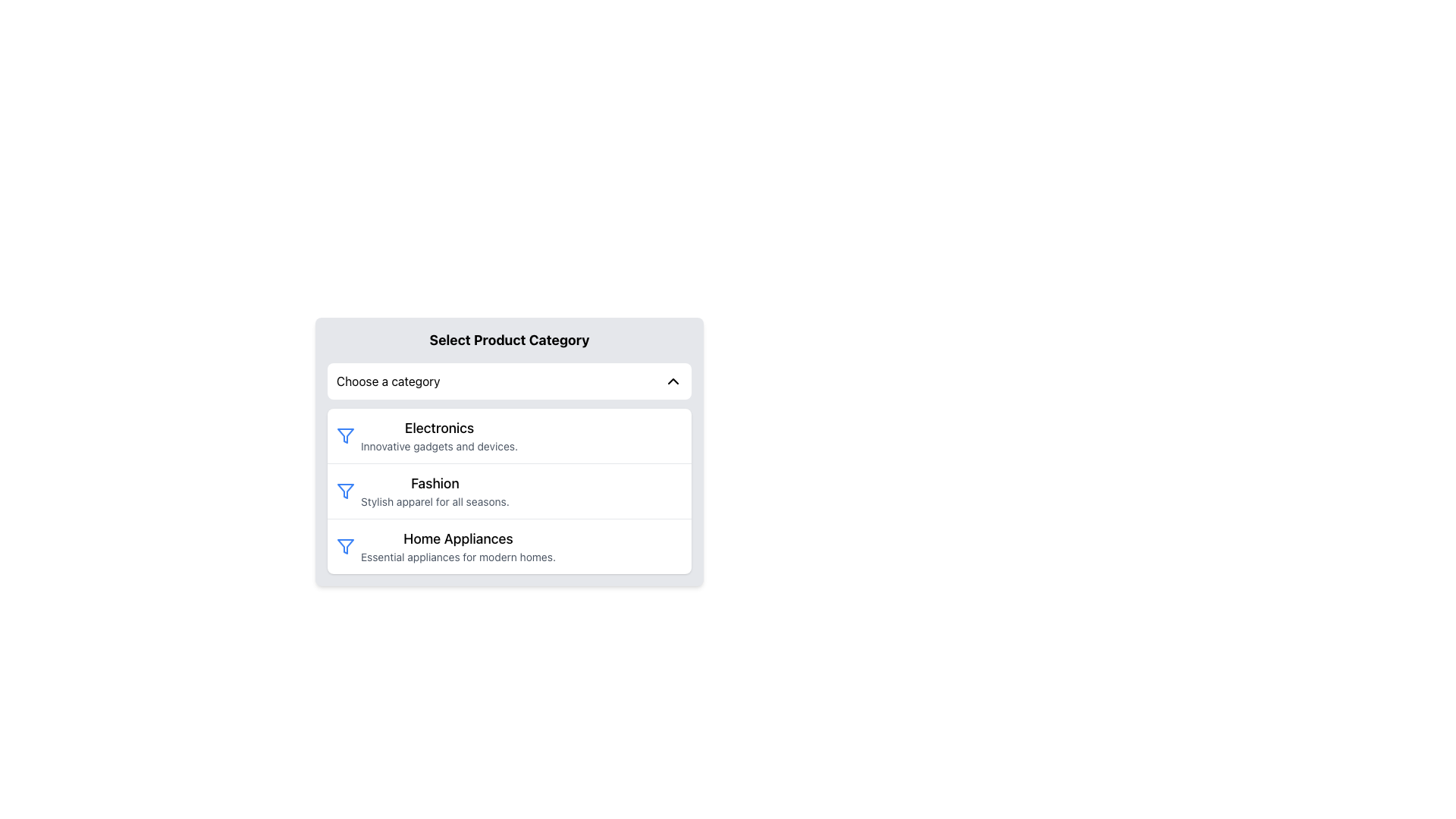  Describe the element at coordinates (345, 435) in the screenshot. I see `the blue triangular-shaped funnel icon associated with filtering functionalities, located below the 'Choose a category' dropdown in the 'Select Product Category' section, aligned with the 'Home Appliances' text` at that location.